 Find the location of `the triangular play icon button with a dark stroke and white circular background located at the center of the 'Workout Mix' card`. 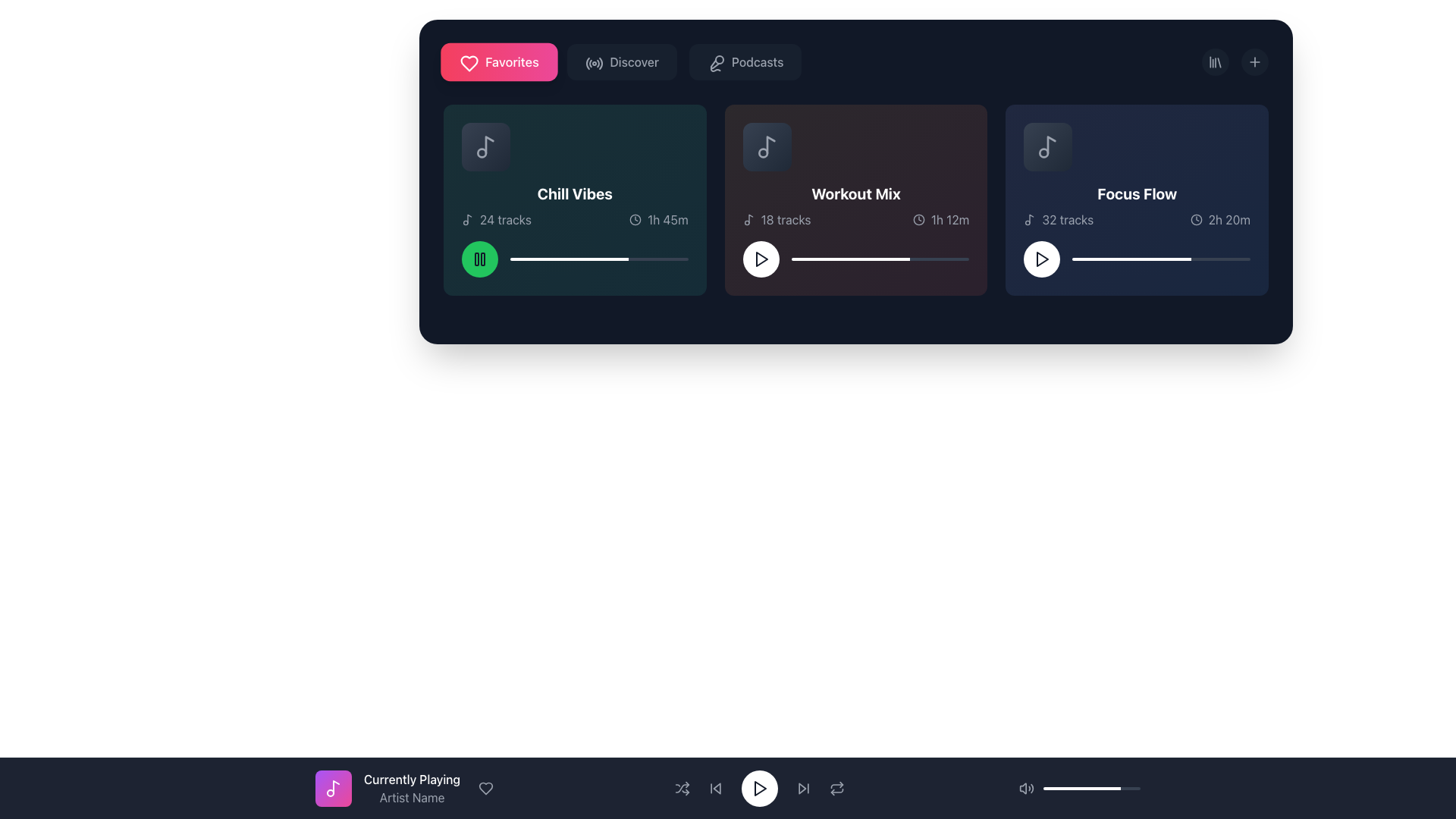

the triangular play icon button with a dark stroke and white circular background located at the center of the 'Workout Mix' card is located at coordinates (761, 259).